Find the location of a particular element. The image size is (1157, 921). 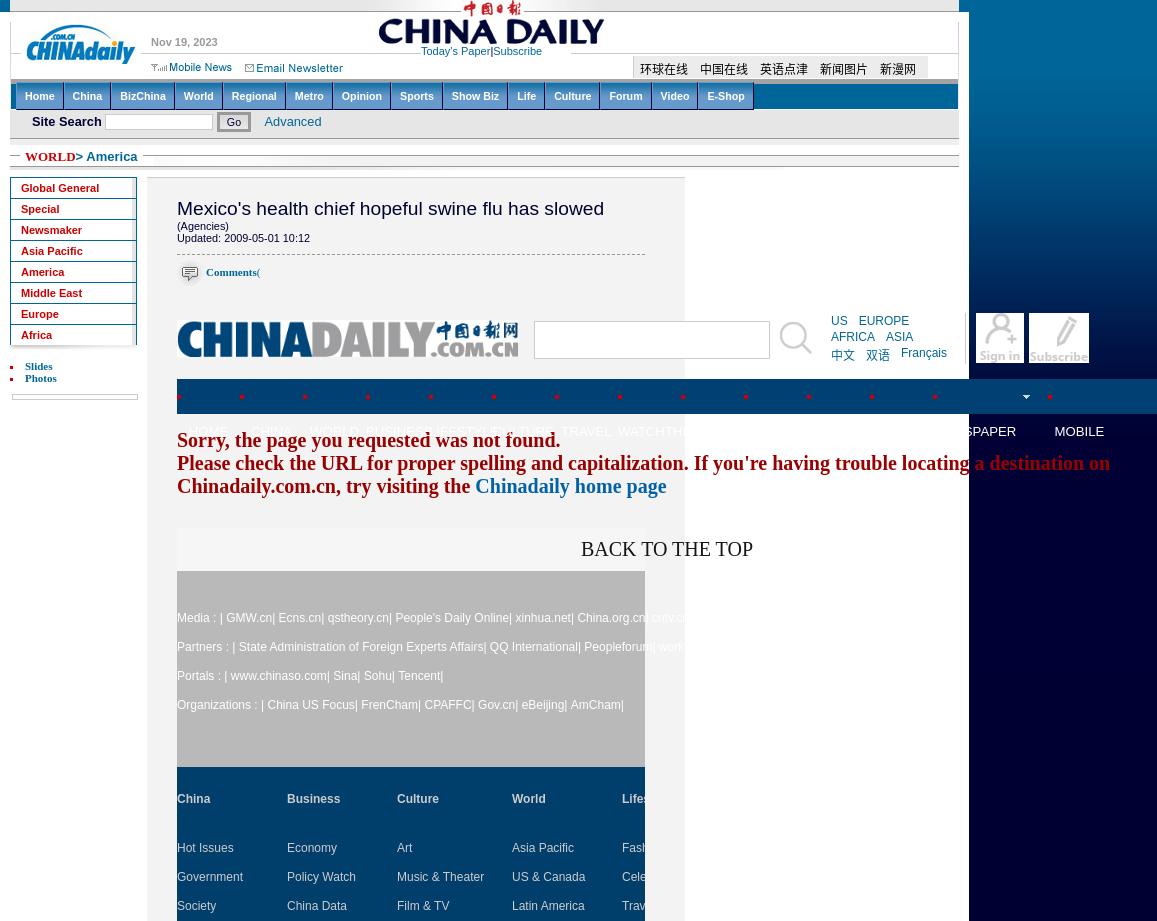

'Youth.cn|' is located at coordinates (810, 617).